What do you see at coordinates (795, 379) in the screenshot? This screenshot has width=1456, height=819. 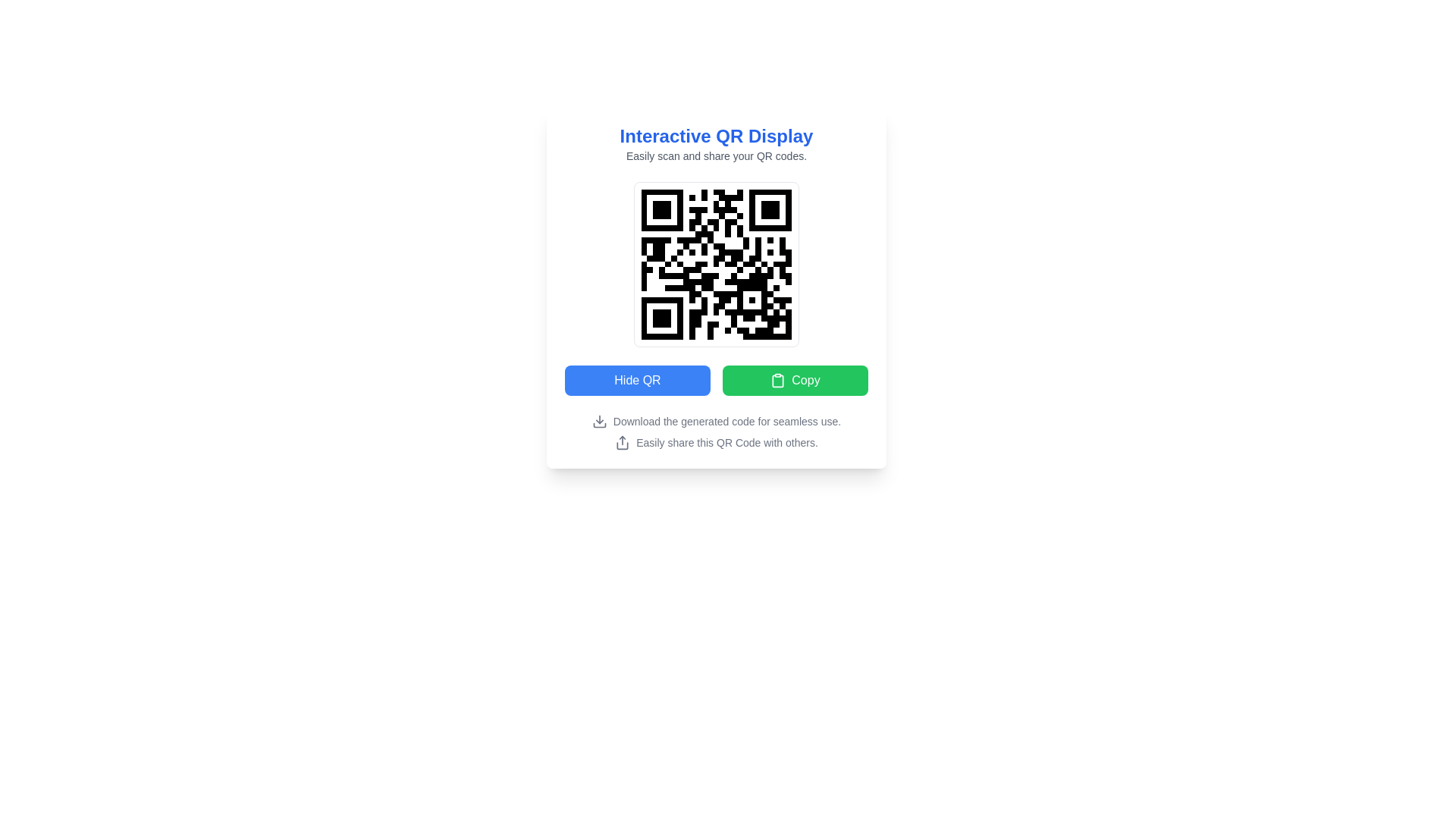 I see `the green 'Copy' button with rounded corners, labeled in white text, located to the right of the 'Hide QR' button` at bounding box center [795, 379].